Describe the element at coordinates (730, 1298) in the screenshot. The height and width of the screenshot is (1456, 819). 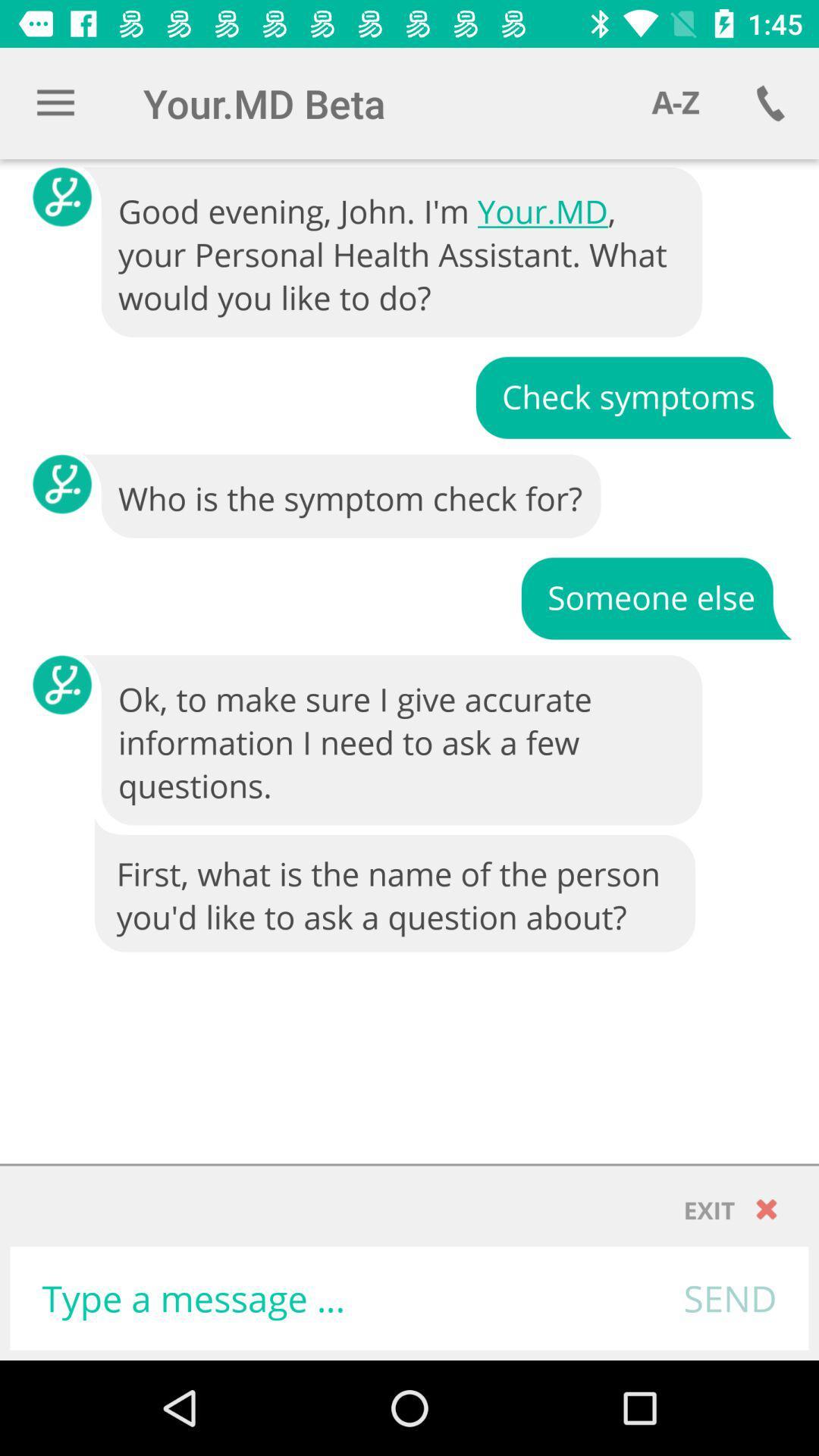
I see `send` at that location.